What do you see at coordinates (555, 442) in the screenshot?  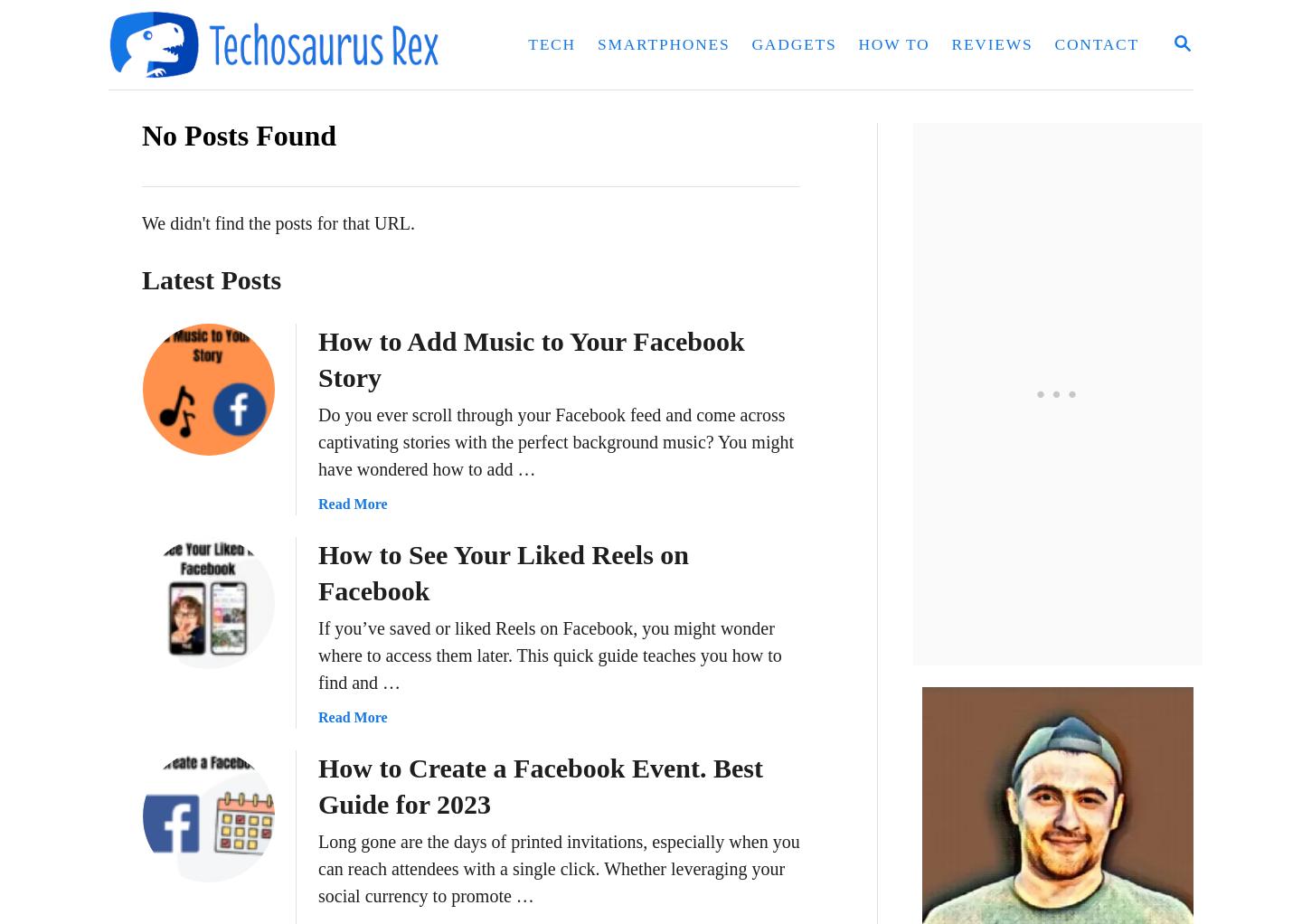 I see `'Do you ever scroll through your Facebook feed and come across captivating stories with the perfect background music? You might have wondered how to add …'` at bounding box center [555, 442].